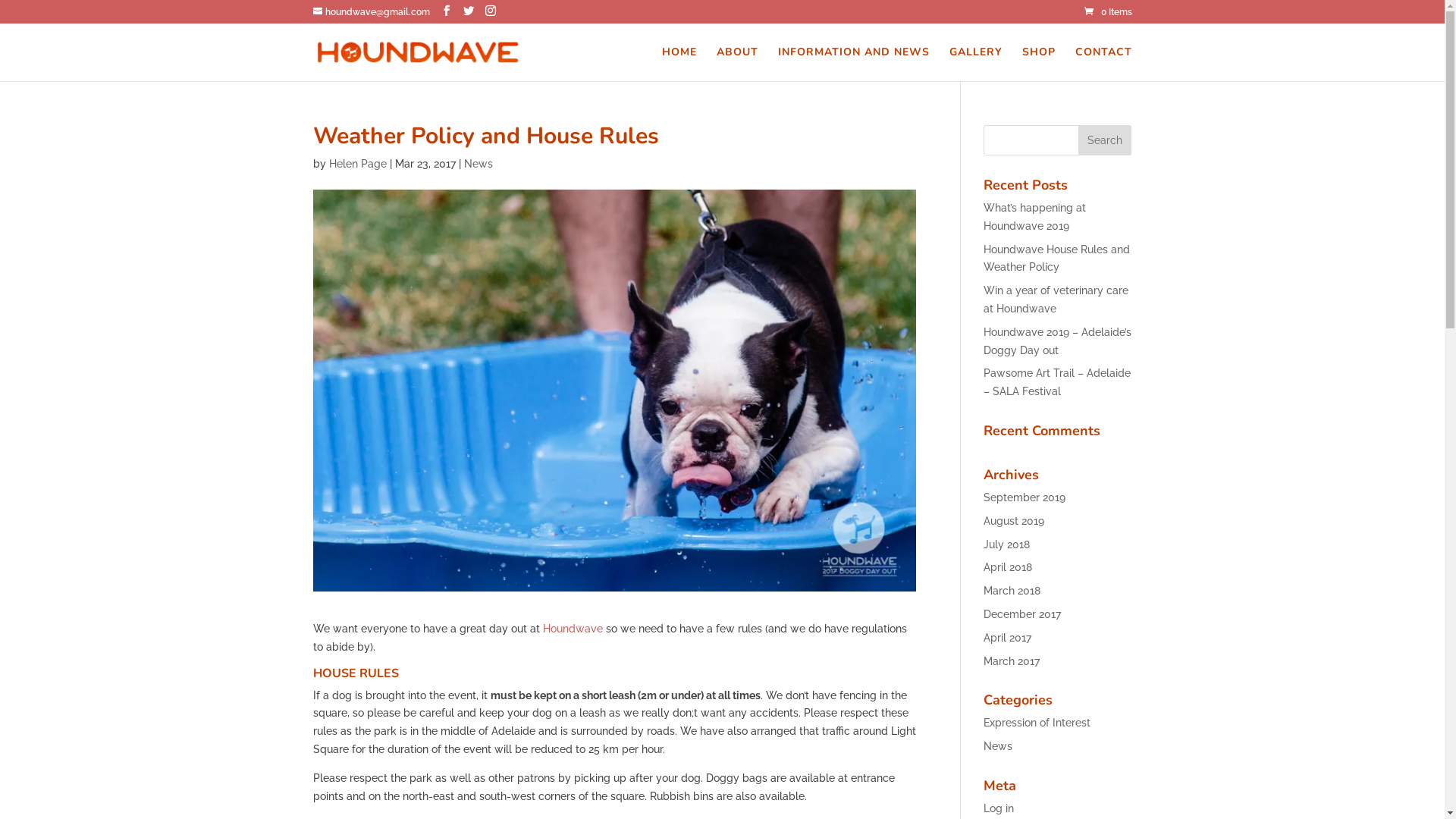 The width and height of the screenshot is (1456, 819). I want to click on 'December 2017', so click(1022, 614).